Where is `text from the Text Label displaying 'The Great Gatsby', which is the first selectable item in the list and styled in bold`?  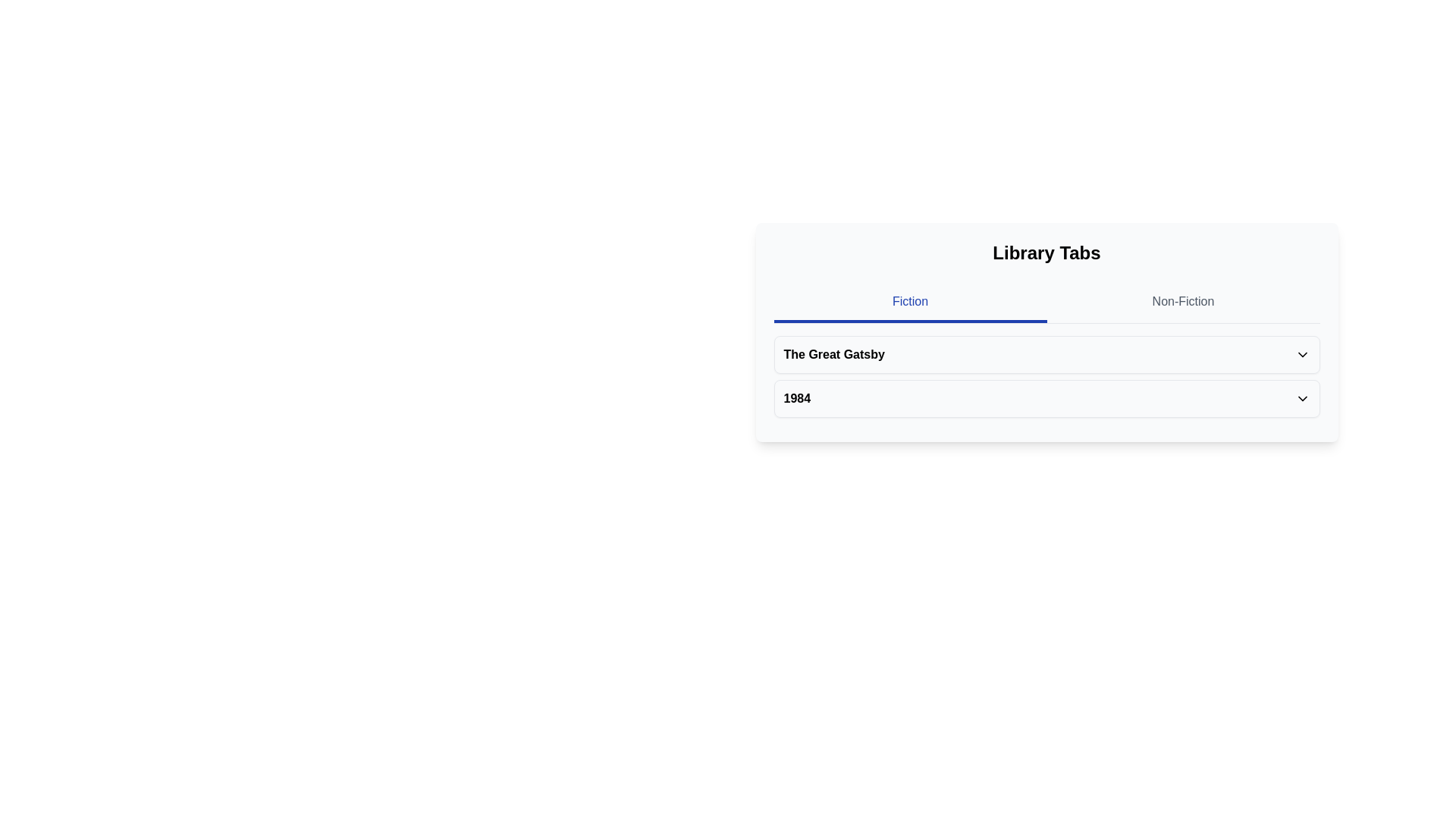 text from the Text Label displaying 'The Great Gatsby', which is the first selectable item in the list and styled in bold is located at coordinates (833, 354).